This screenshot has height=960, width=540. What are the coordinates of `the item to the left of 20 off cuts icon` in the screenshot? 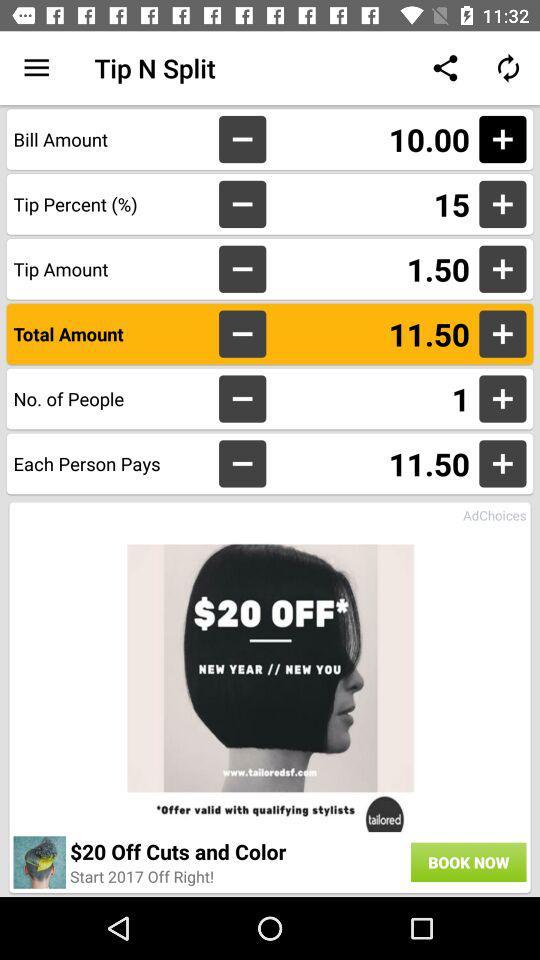 It's located at (39, 861).